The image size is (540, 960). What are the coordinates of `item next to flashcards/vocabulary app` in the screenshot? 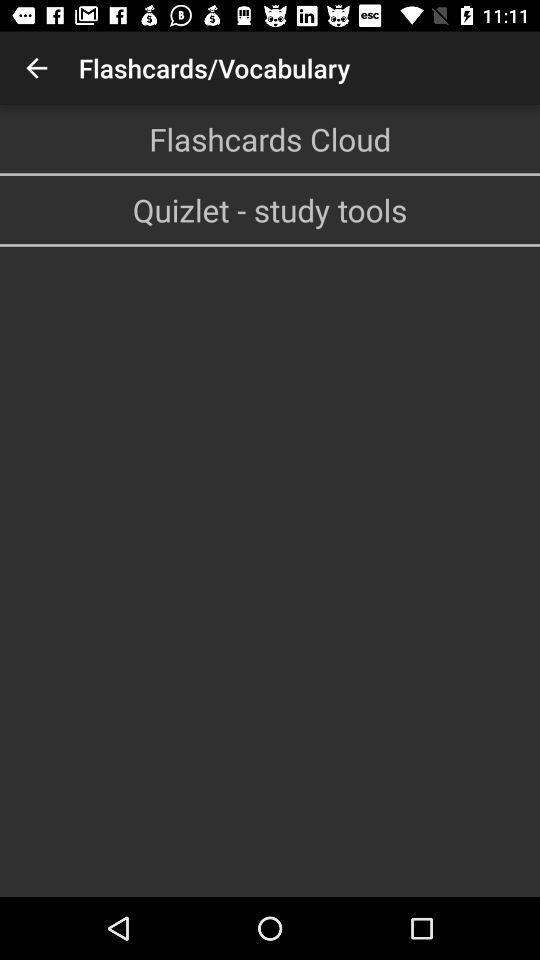 It's located at (36, 68).